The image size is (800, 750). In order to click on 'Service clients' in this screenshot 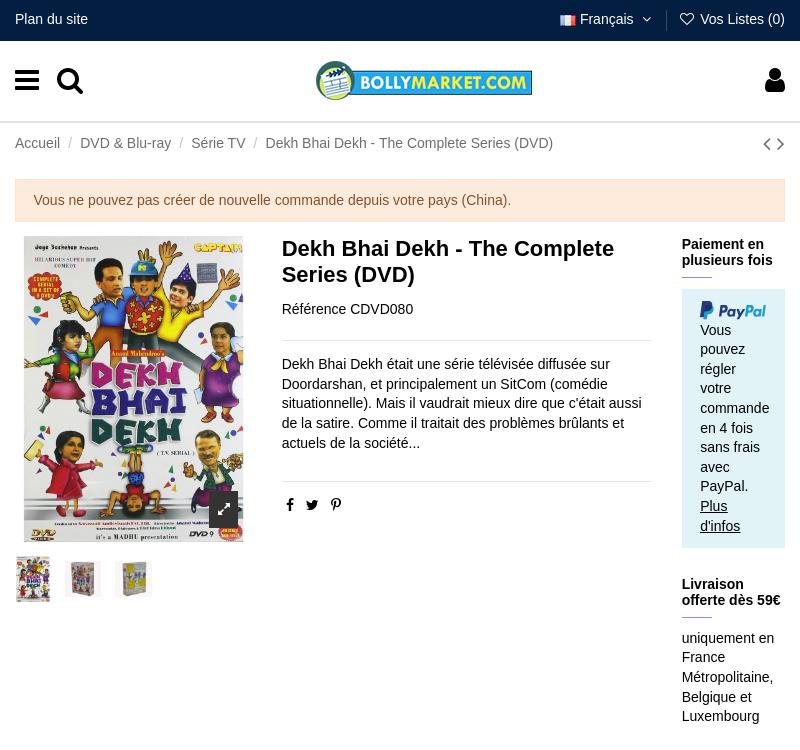, I will do `click(670, 599)`.